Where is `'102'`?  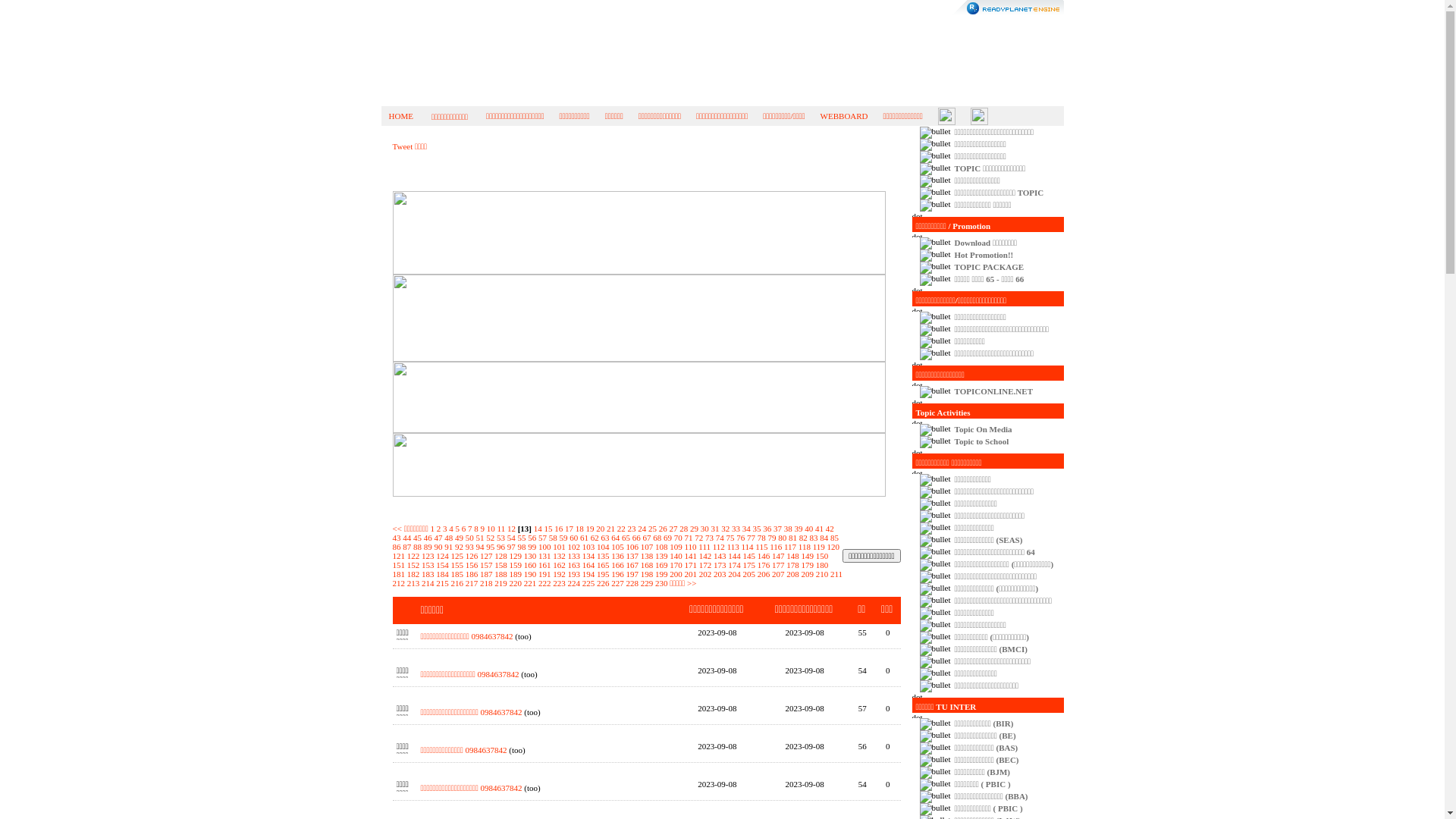
'102' is located at coordinates (573, 547).